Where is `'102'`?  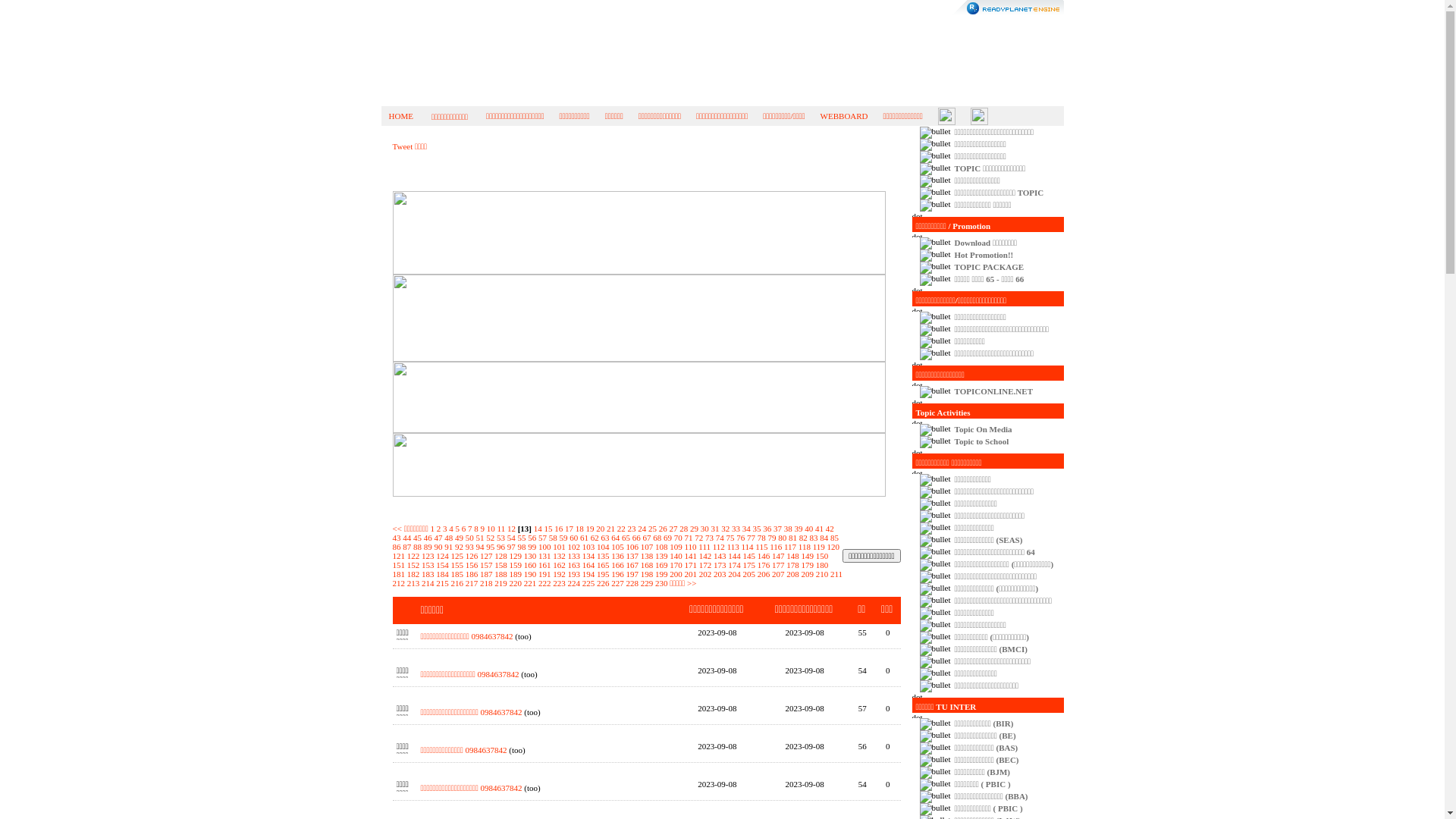
'102' is located at coordinates (573, 547).